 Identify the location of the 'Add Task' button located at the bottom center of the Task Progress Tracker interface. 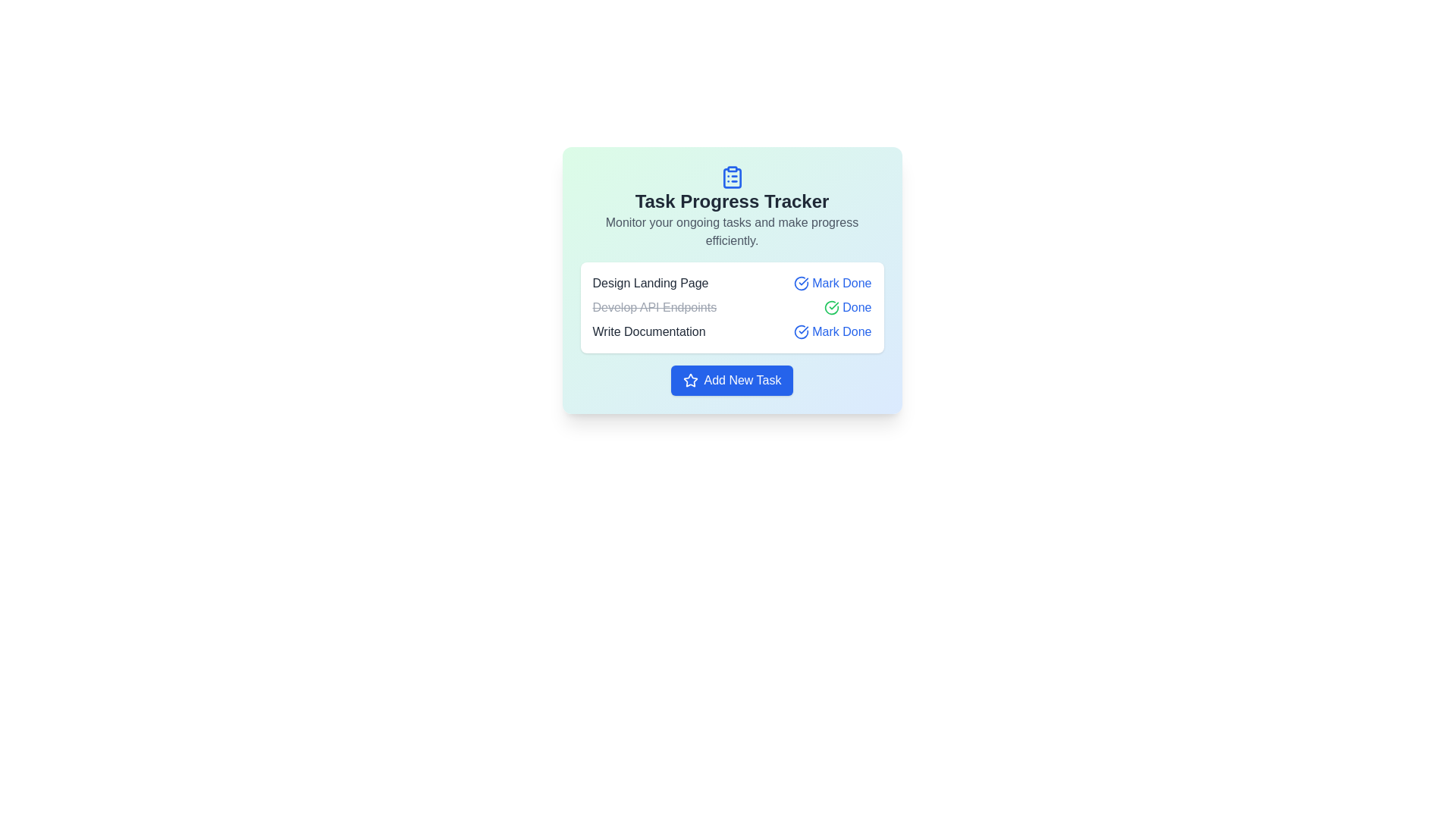
(732, 379).